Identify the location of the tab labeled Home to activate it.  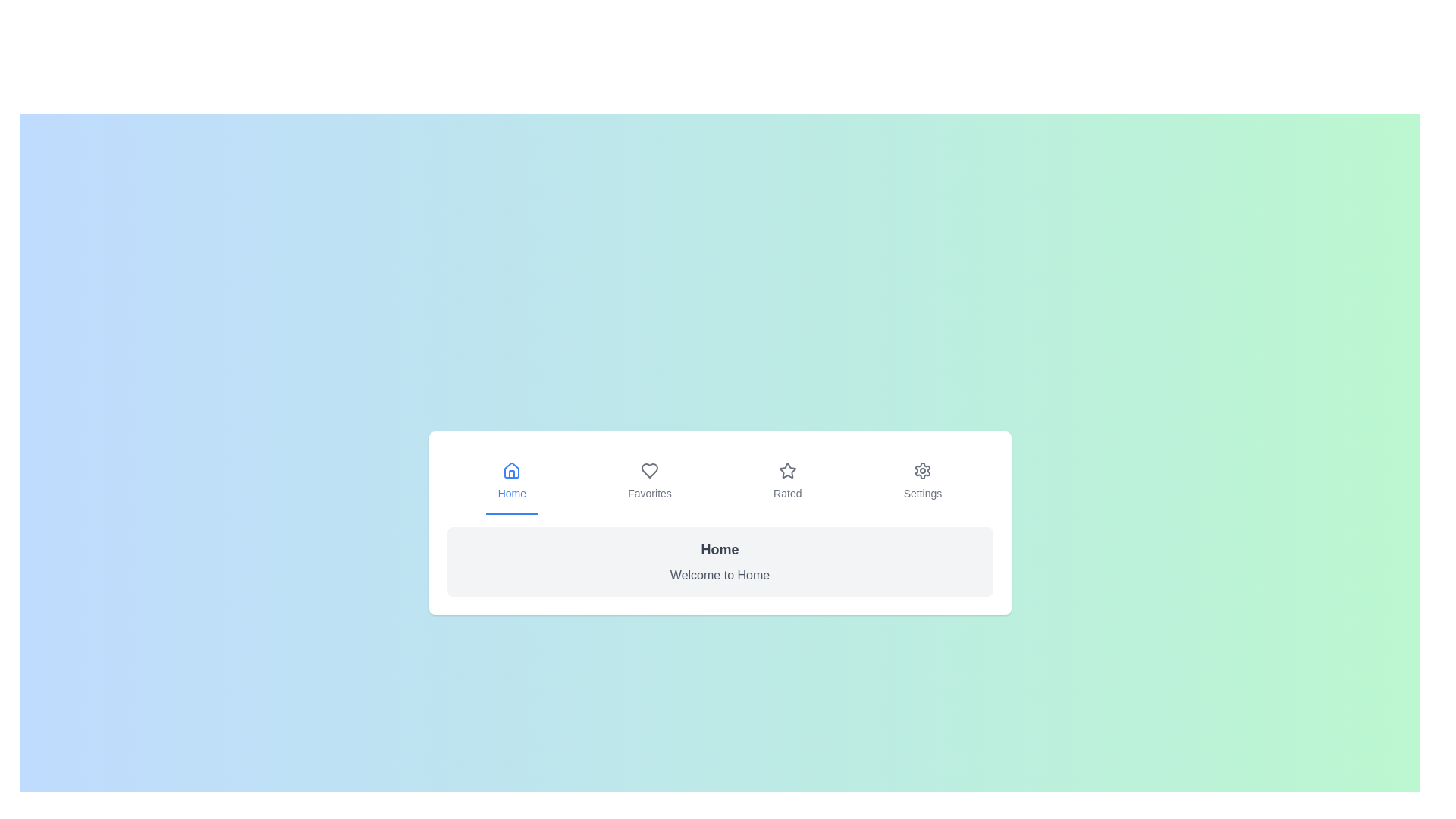
(512, 482).